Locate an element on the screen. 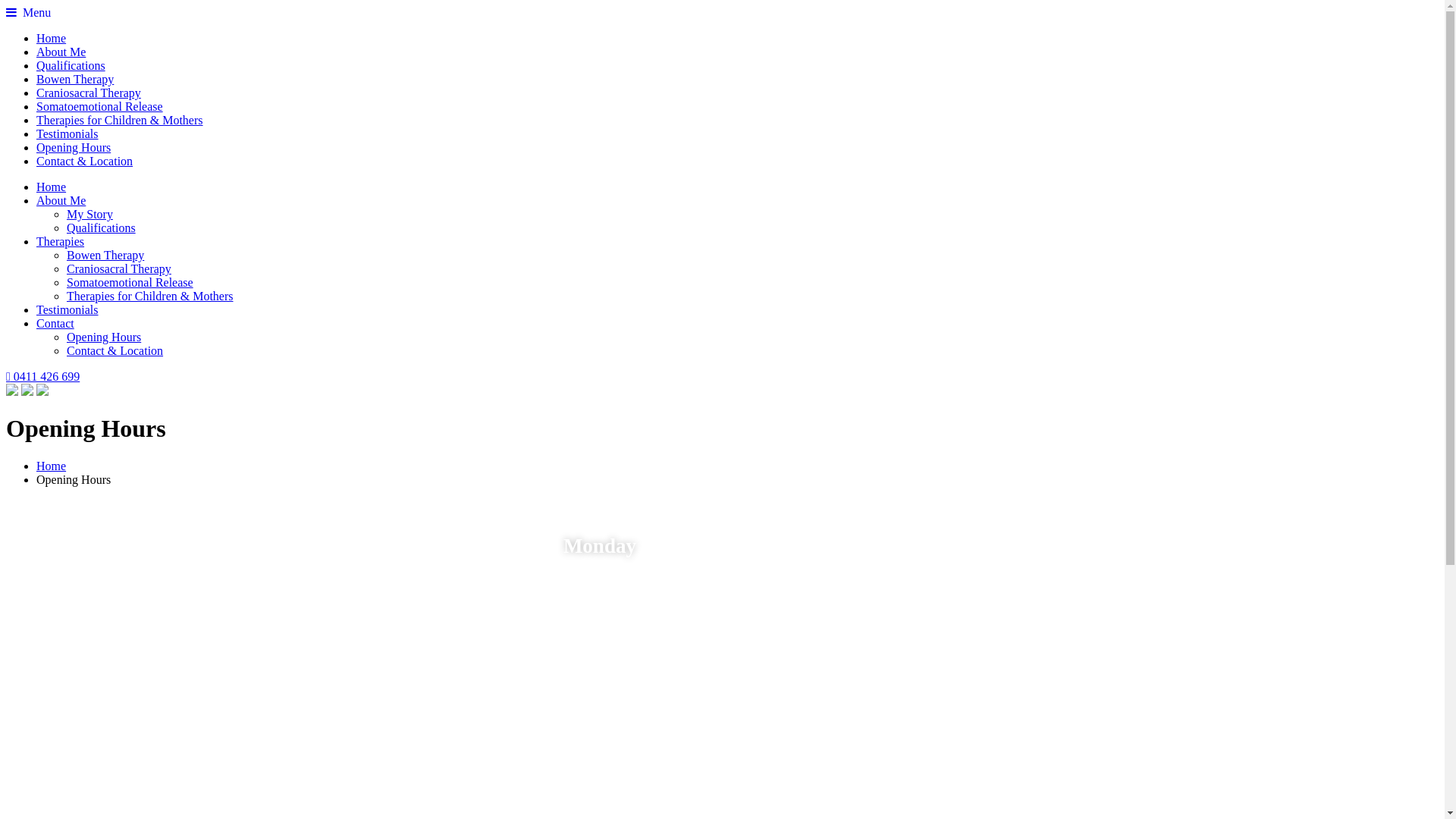 The width and height of the screenshot is (1456, 819). 'Craniosacral Therapy' is located at coordinates (87, 93).